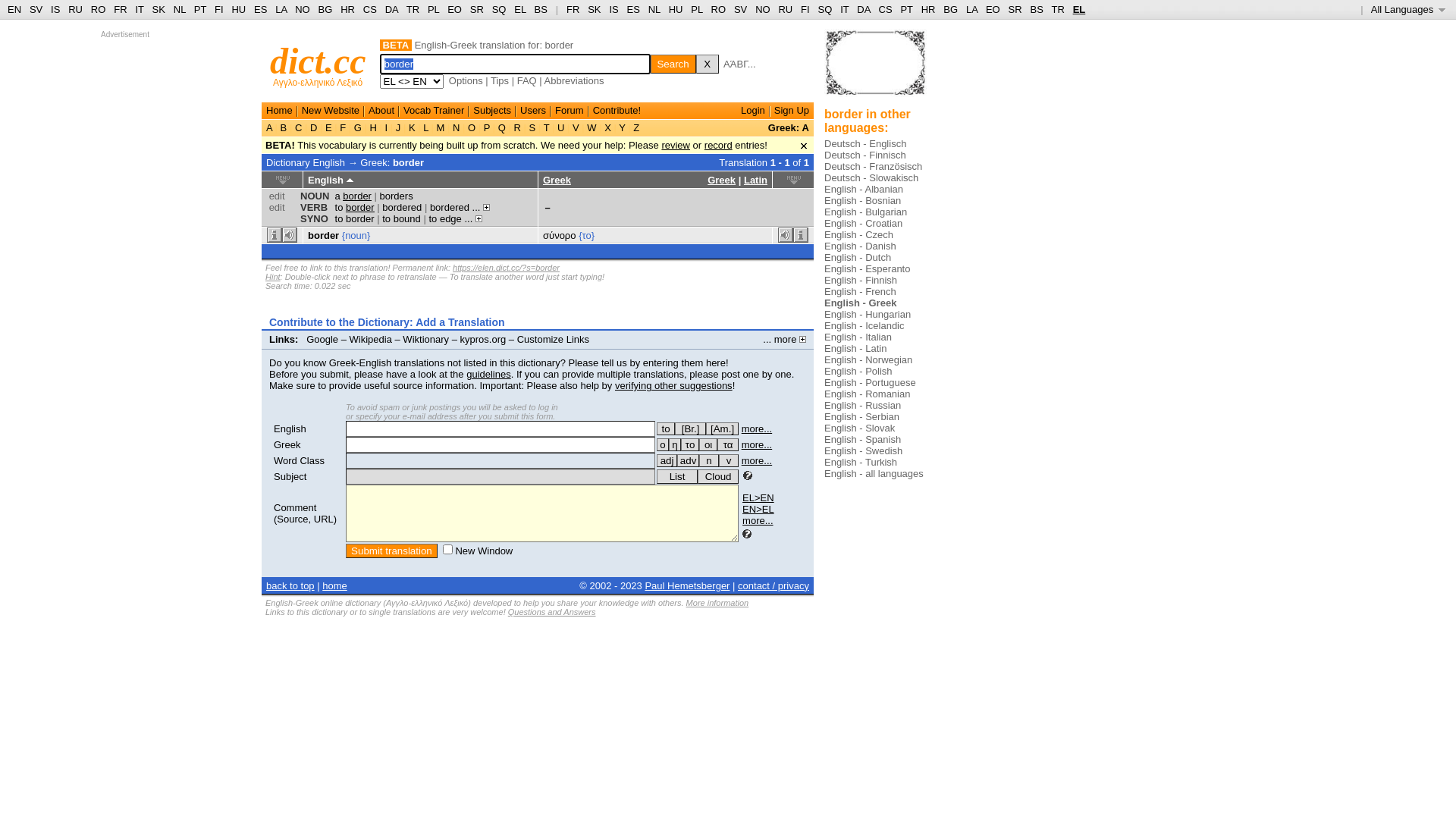  Describe the element at coordinates (661, 145) in the screenshot. I see `'review'` at that location.